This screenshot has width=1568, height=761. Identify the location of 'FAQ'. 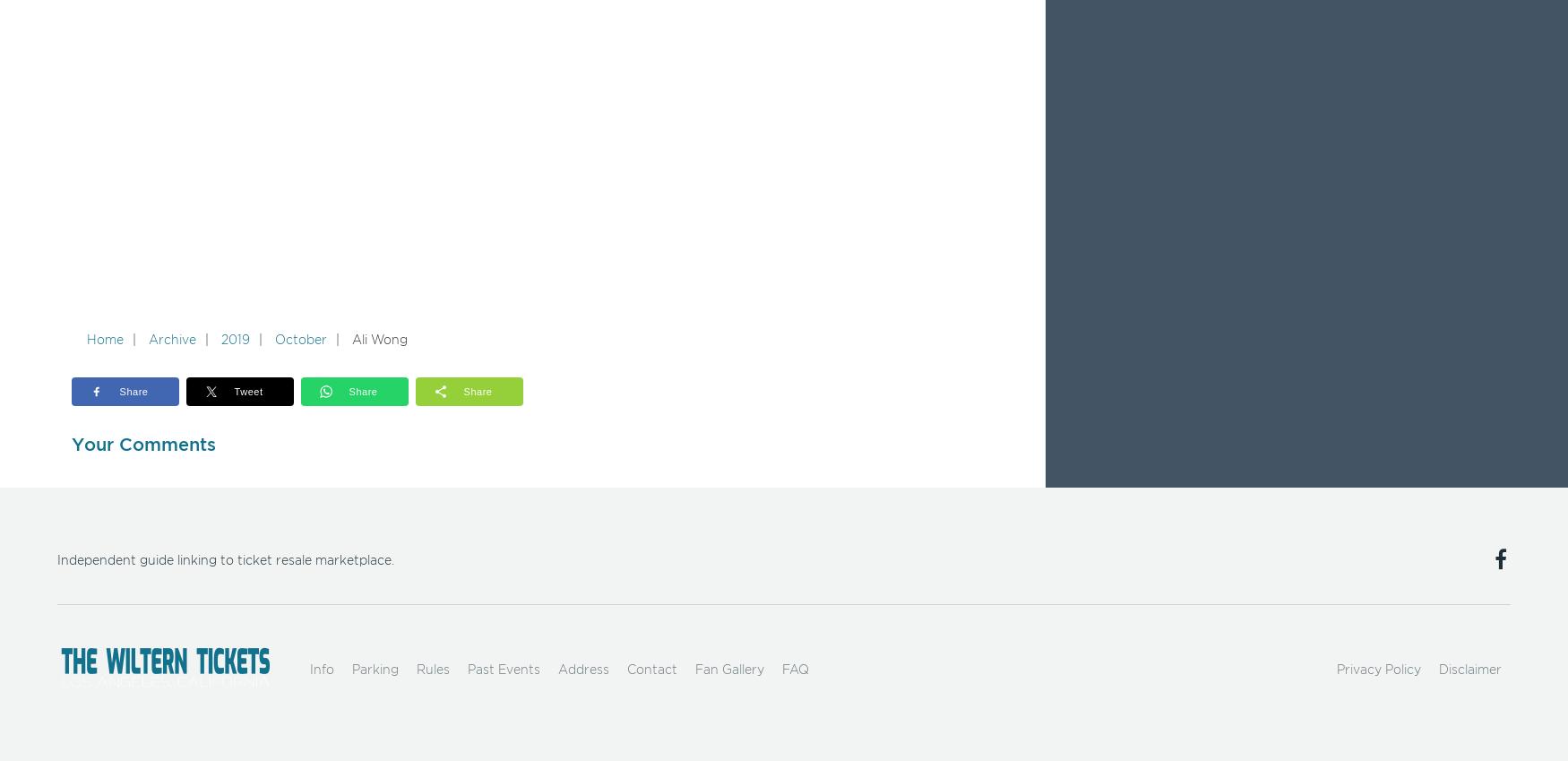
(782, 670).